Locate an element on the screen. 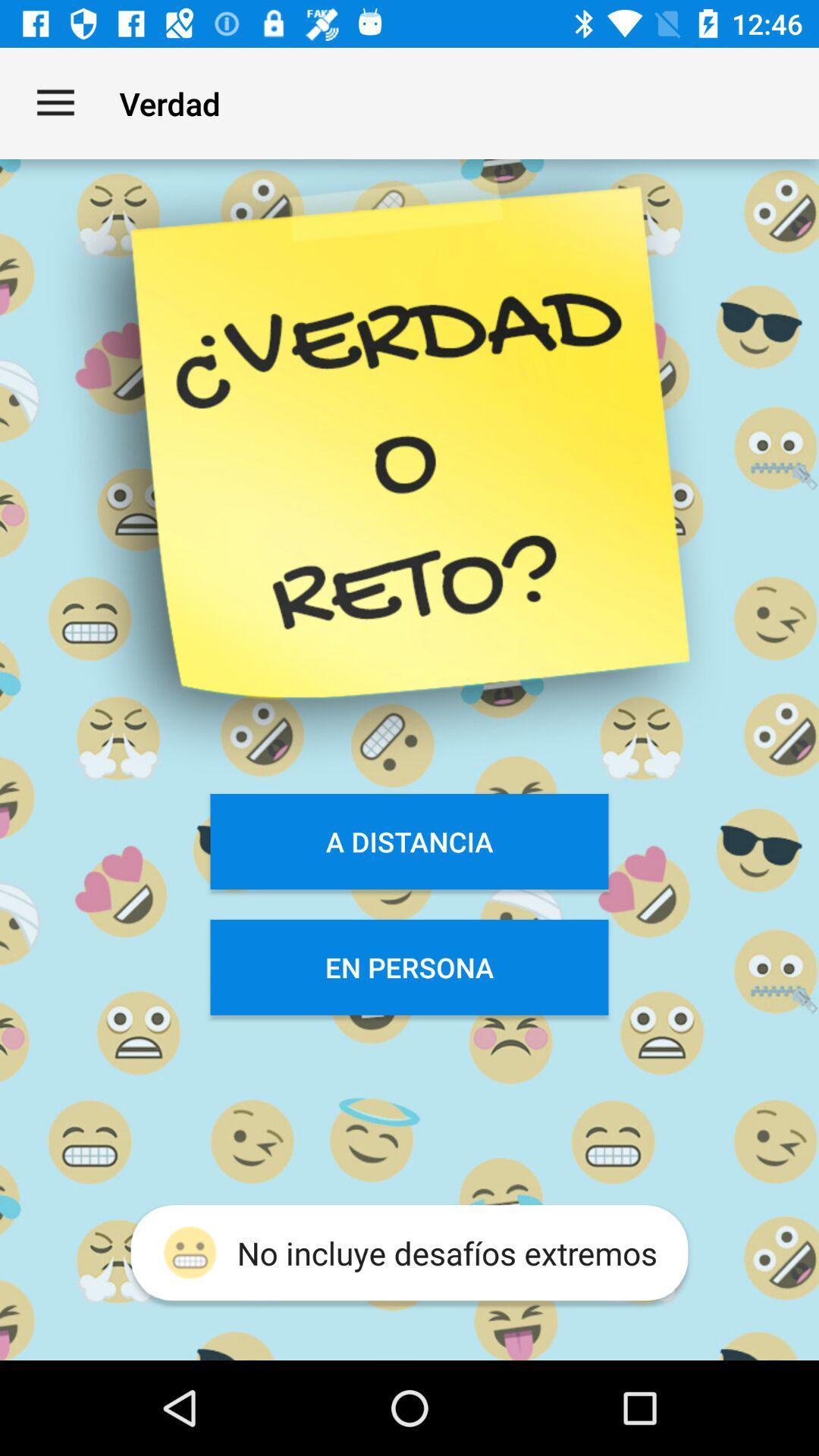 Image resolution: width=819 pixels, height=1456 pixels. item below a distancia item is located at coordinates (409, 966).